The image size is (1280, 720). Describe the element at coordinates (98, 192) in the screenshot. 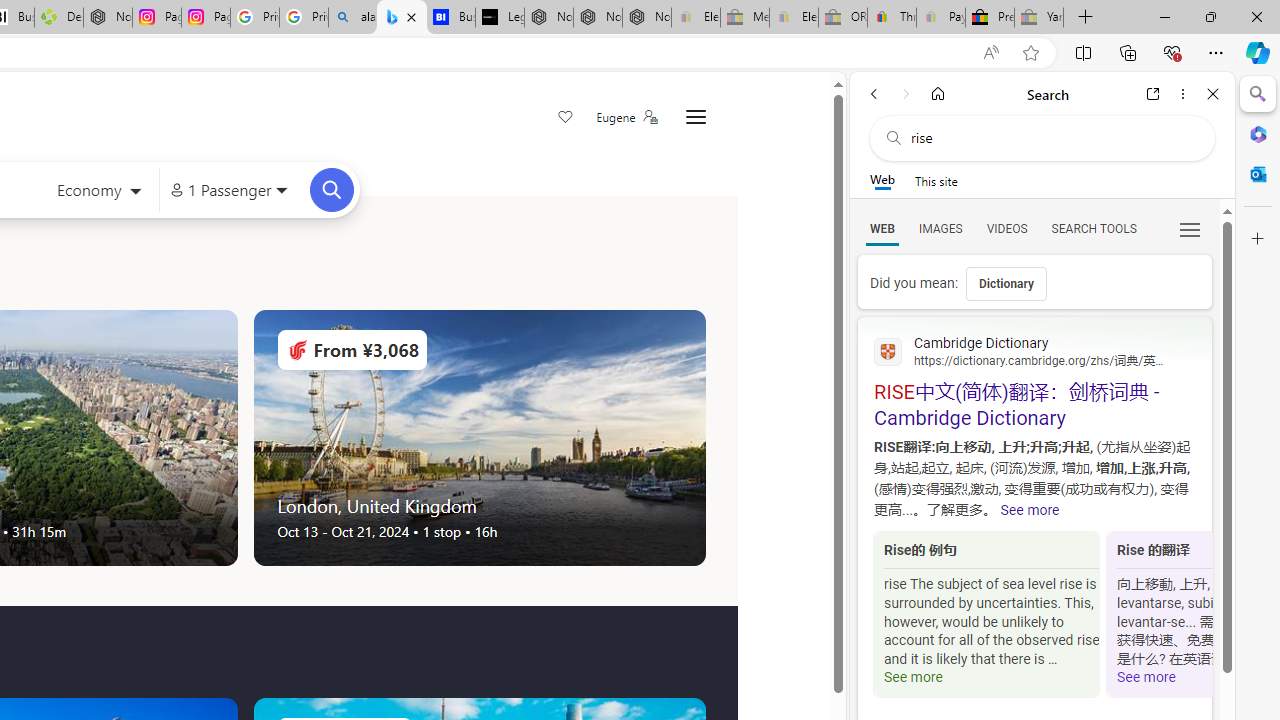

I see `'Select class of service'` at that location.